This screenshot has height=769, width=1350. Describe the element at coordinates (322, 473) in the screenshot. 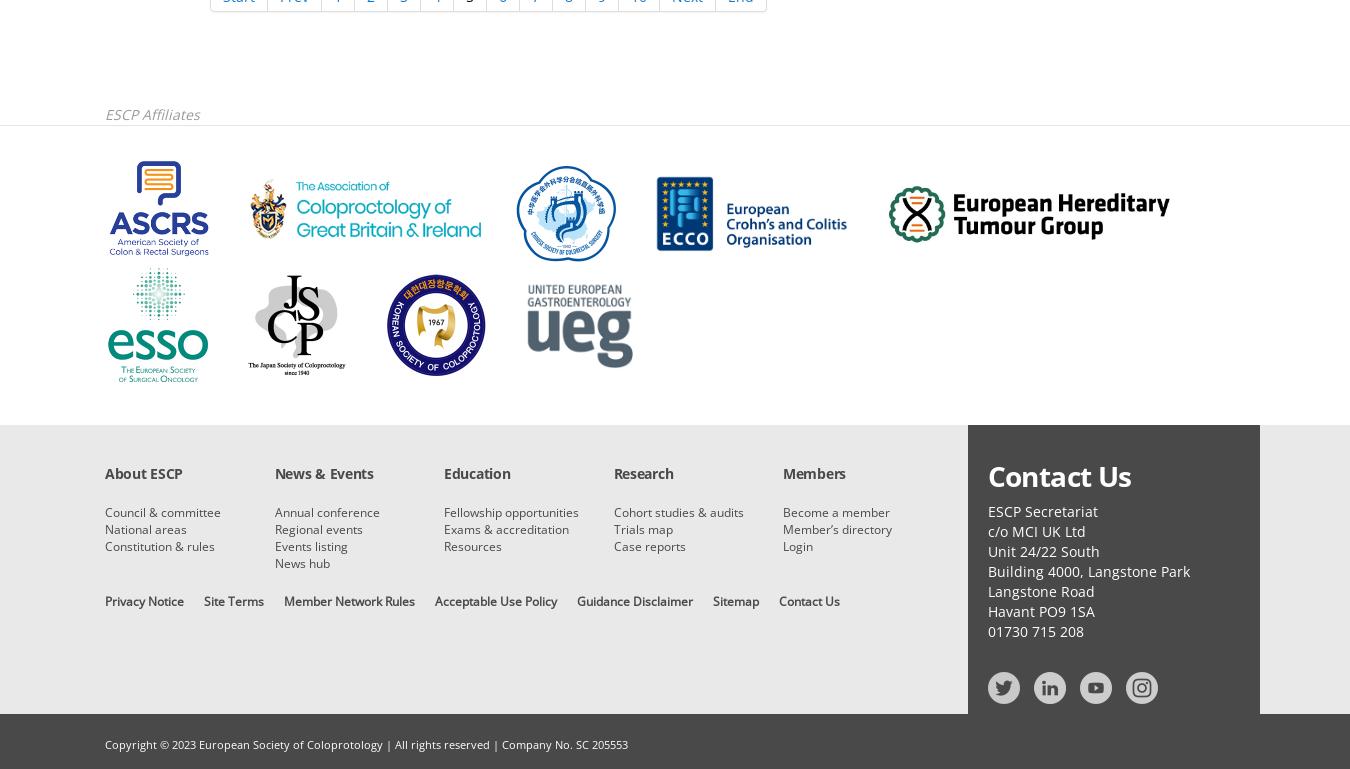

I see `'News & Events'` at that location.